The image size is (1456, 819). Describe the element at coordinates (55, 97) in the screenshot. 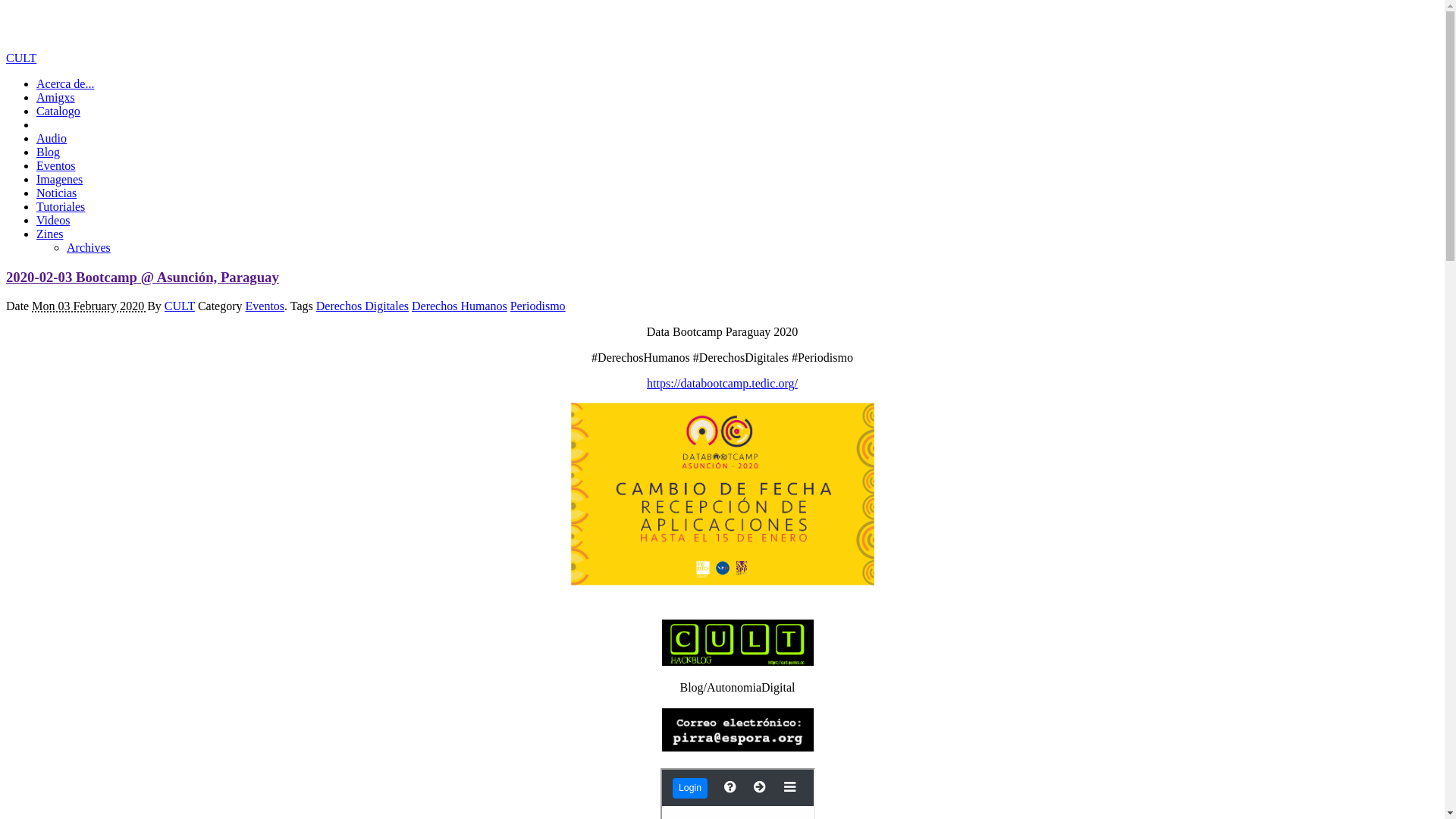

I see `'Amigxs'` at that location.